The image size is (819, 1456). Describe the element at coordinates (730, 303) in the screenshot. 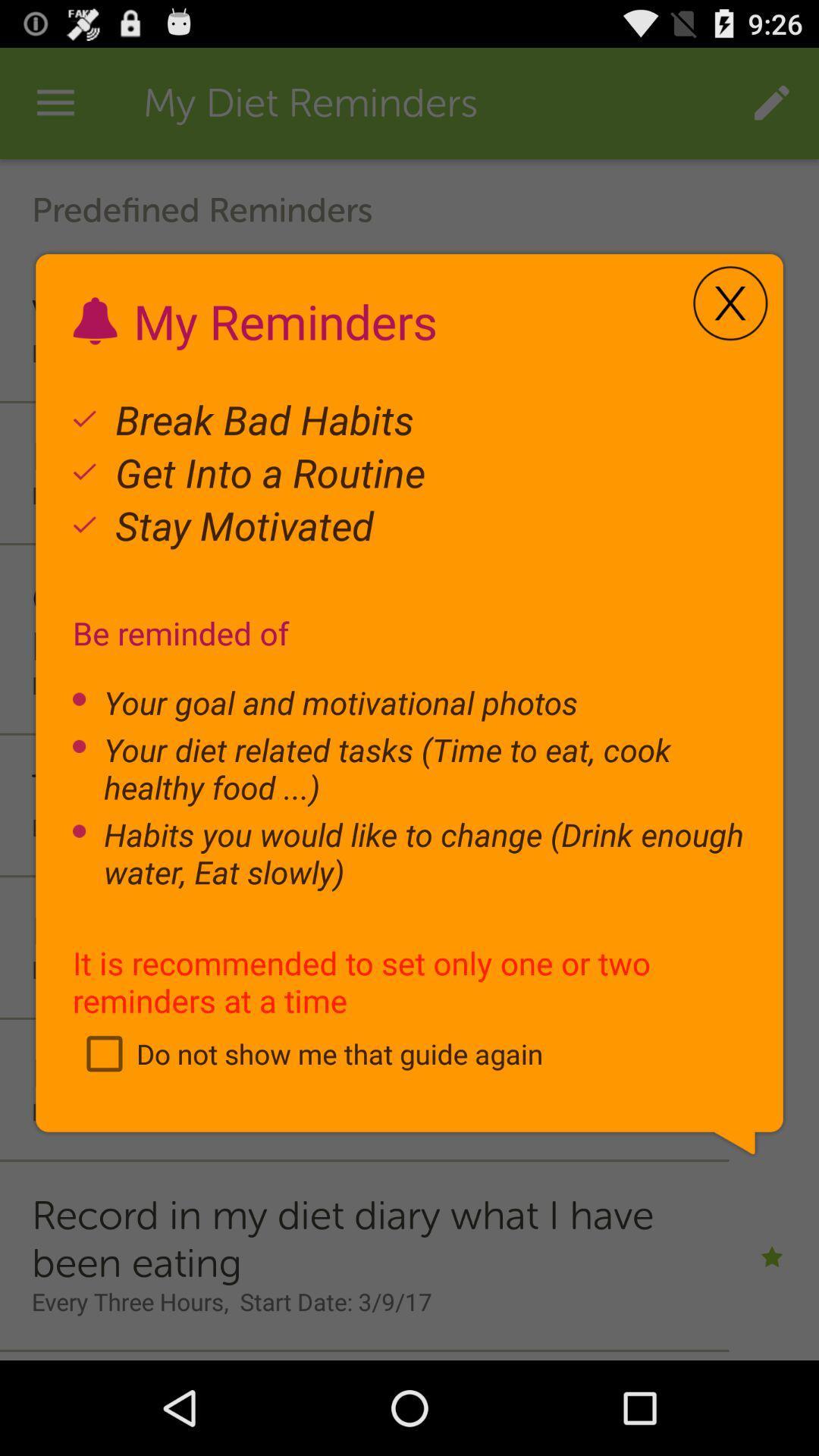

I see `icon to the right of my reminders icon` at that location.